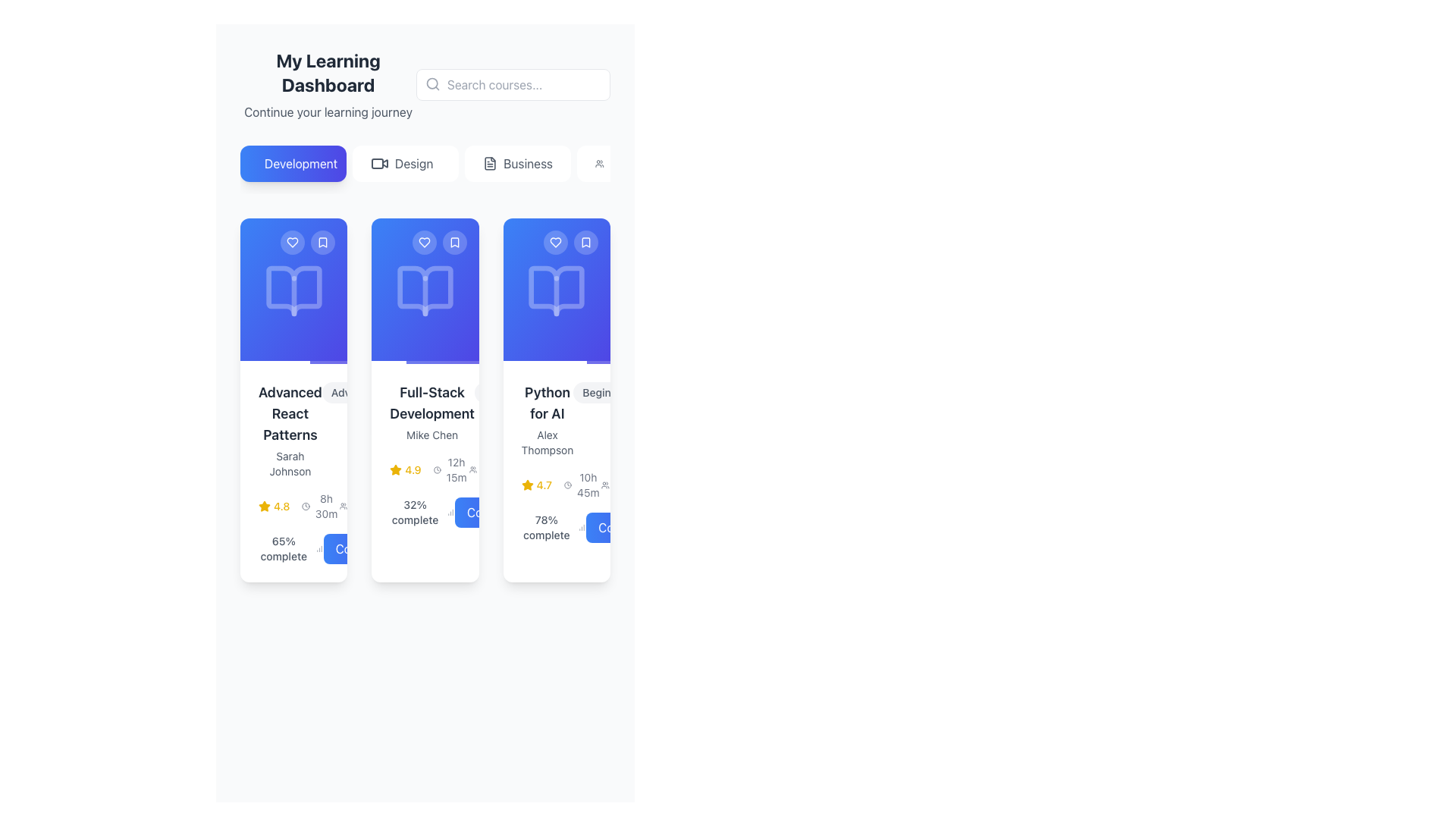  What do you see at coordinates (598, 164) in the screenshot?
I see `the icon resembling multiple user figures located within the 'Marketing' menu, positioned to the left of the 'Marketing' label` at bounding box center [598, 164].